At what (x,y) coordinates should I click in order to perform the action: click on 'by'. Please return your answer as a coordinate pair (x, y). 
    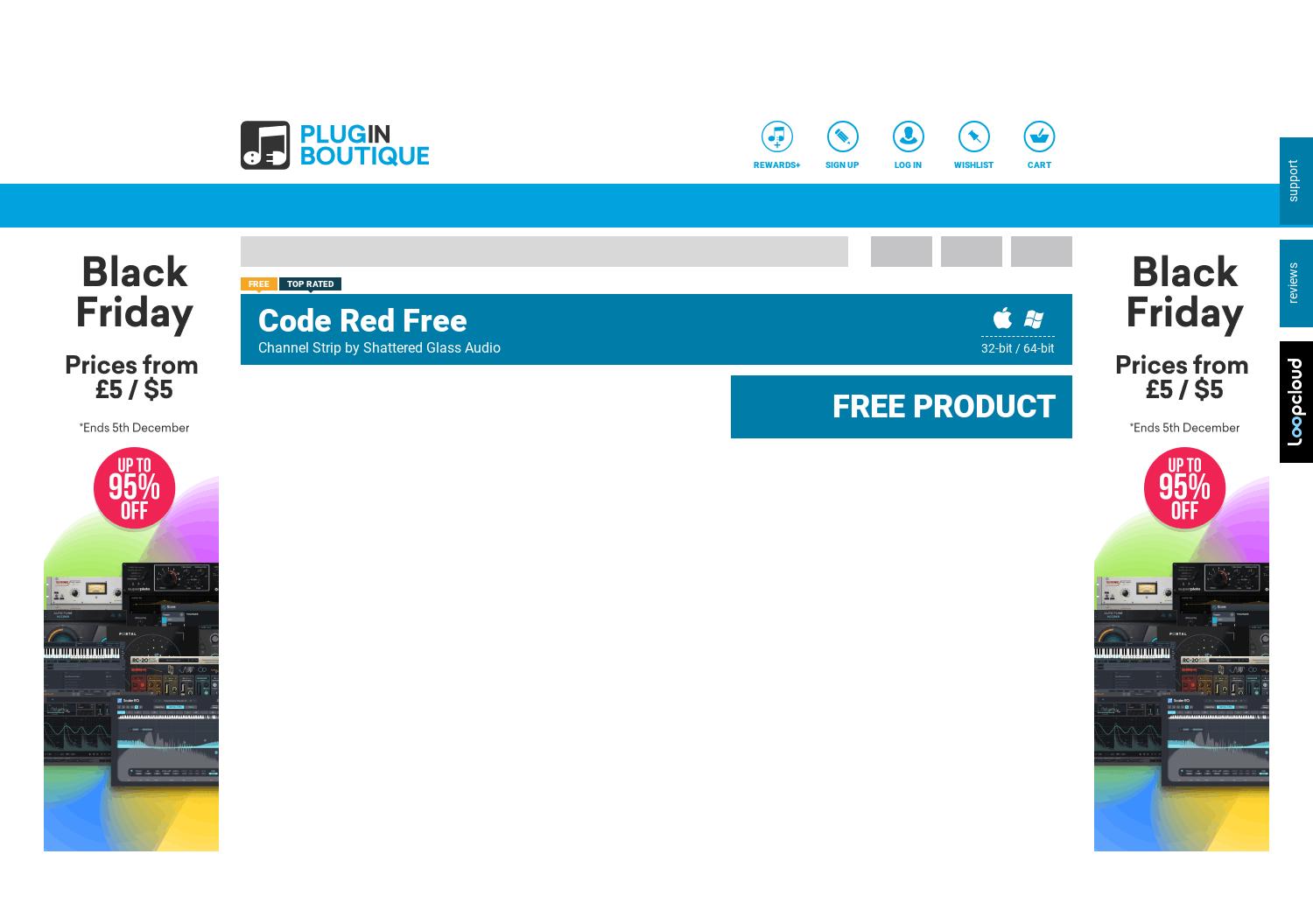
    Looking at the image, I should click on (352, 346).